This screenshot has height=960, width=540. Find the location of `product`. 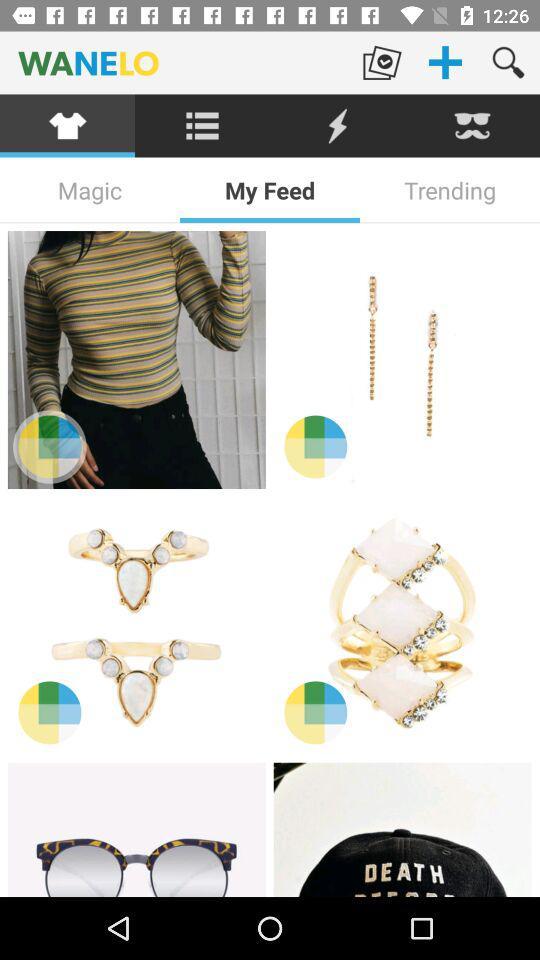

product is located at coordinates (135, 624).